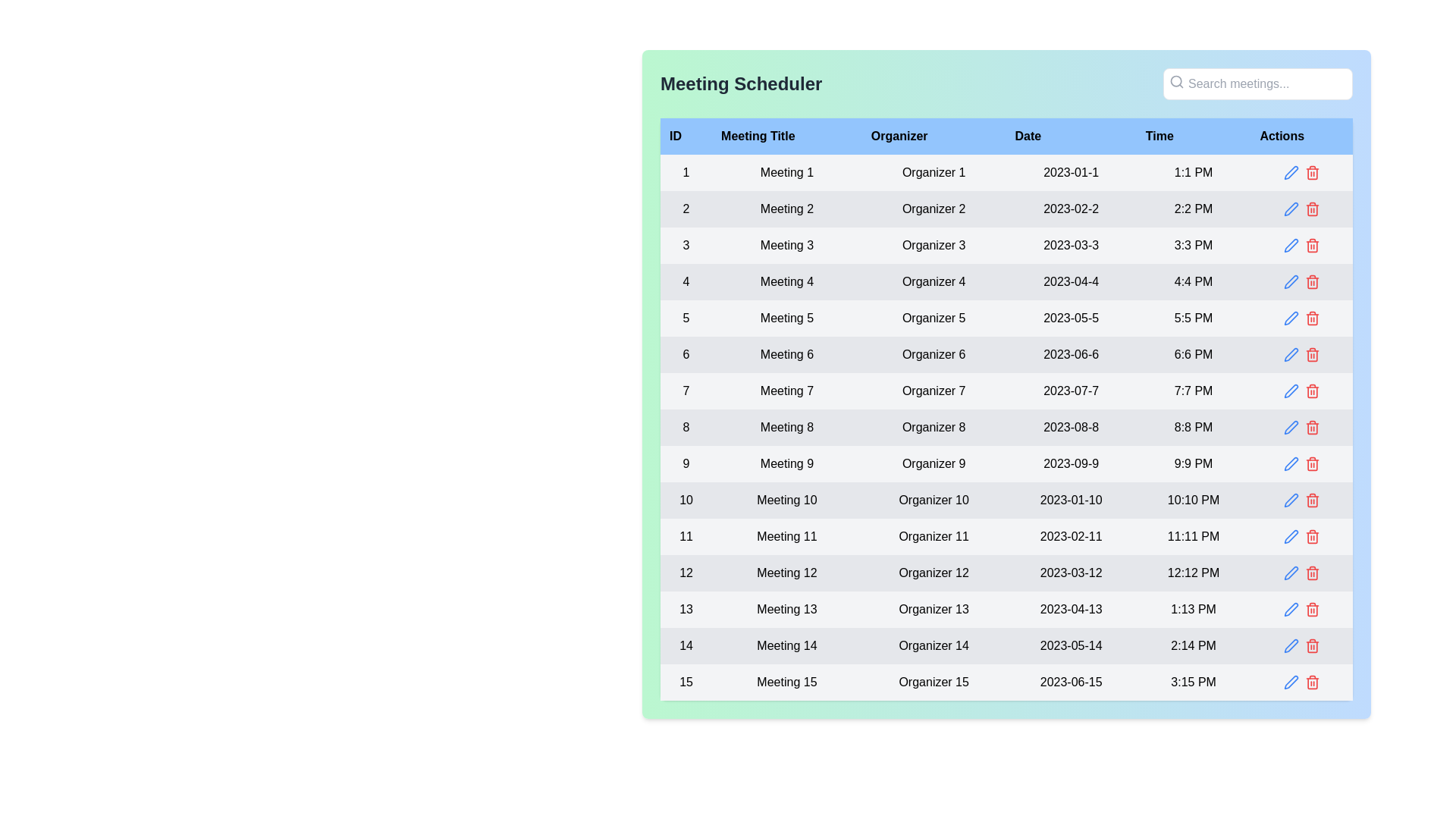 The height and width of the screenshot is (819, 1456). I want to click on the text display element that shows the date '2023-09-9', located in the fourth column of the ninth row of the meeting details table, so click(1070, 463).